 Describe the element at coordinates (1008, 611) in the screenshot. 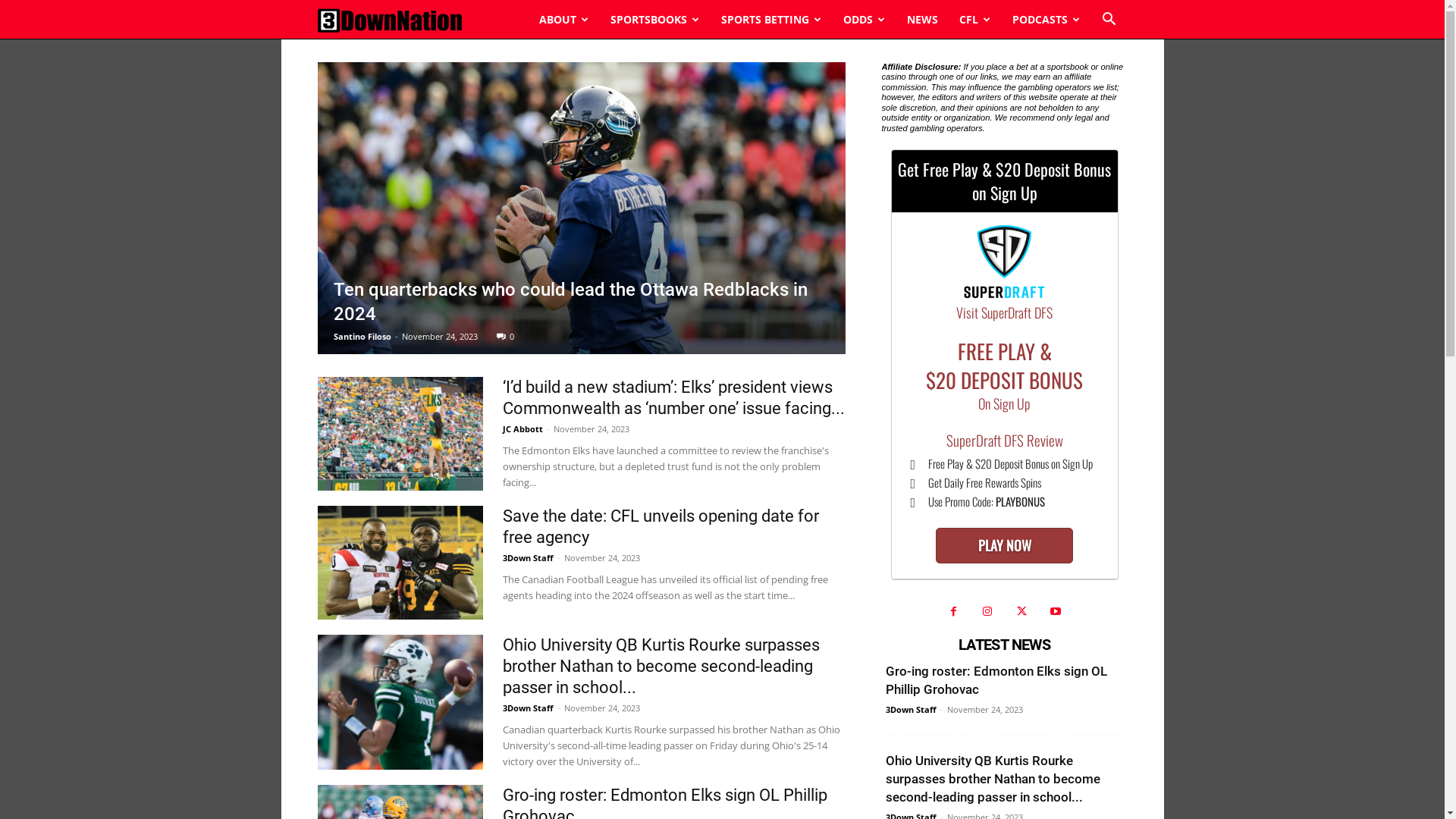

I see `'Twitter'` at that location.